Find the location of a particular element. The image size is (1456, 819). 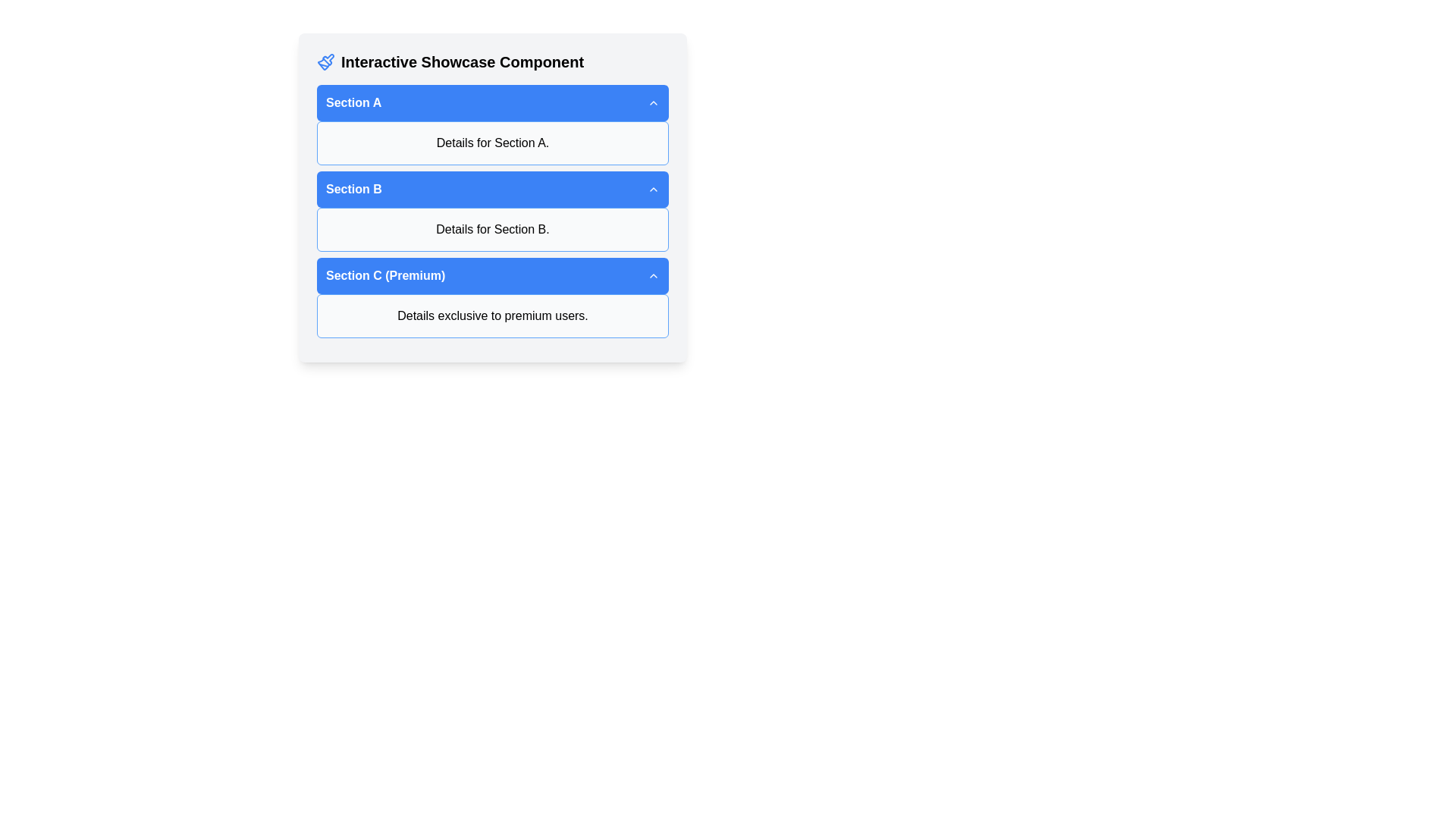

details text in the descriptive panel located below the 'Section A' header in the 'Interactive Showcase Component' is located at coordinates (492, 143).